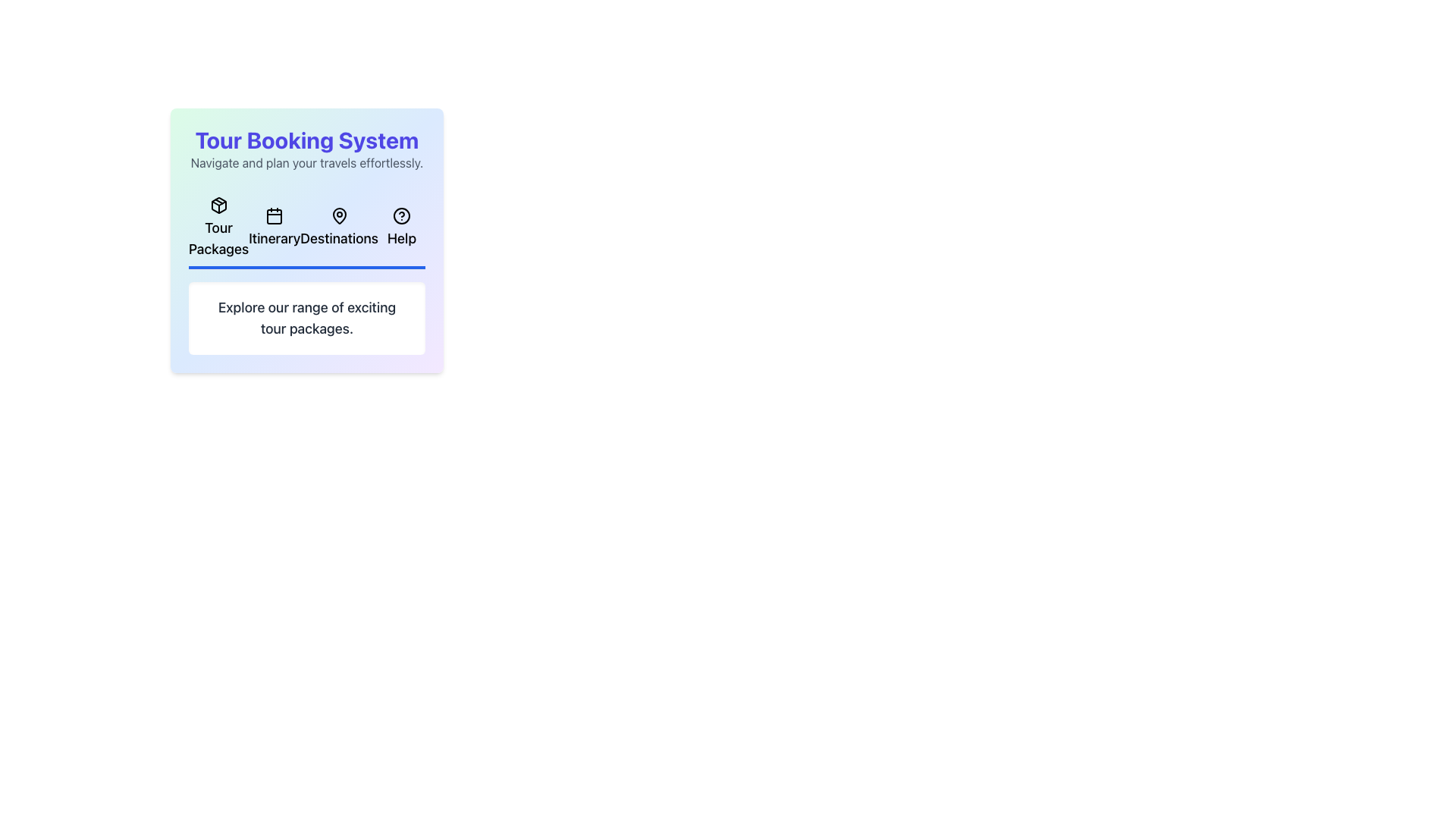  Describe the element at coordinates (338, 216) in the screenshot. I see `the decorative black stroke of the map pin icon located under the 'Itinerary Destinations' label` at that location.